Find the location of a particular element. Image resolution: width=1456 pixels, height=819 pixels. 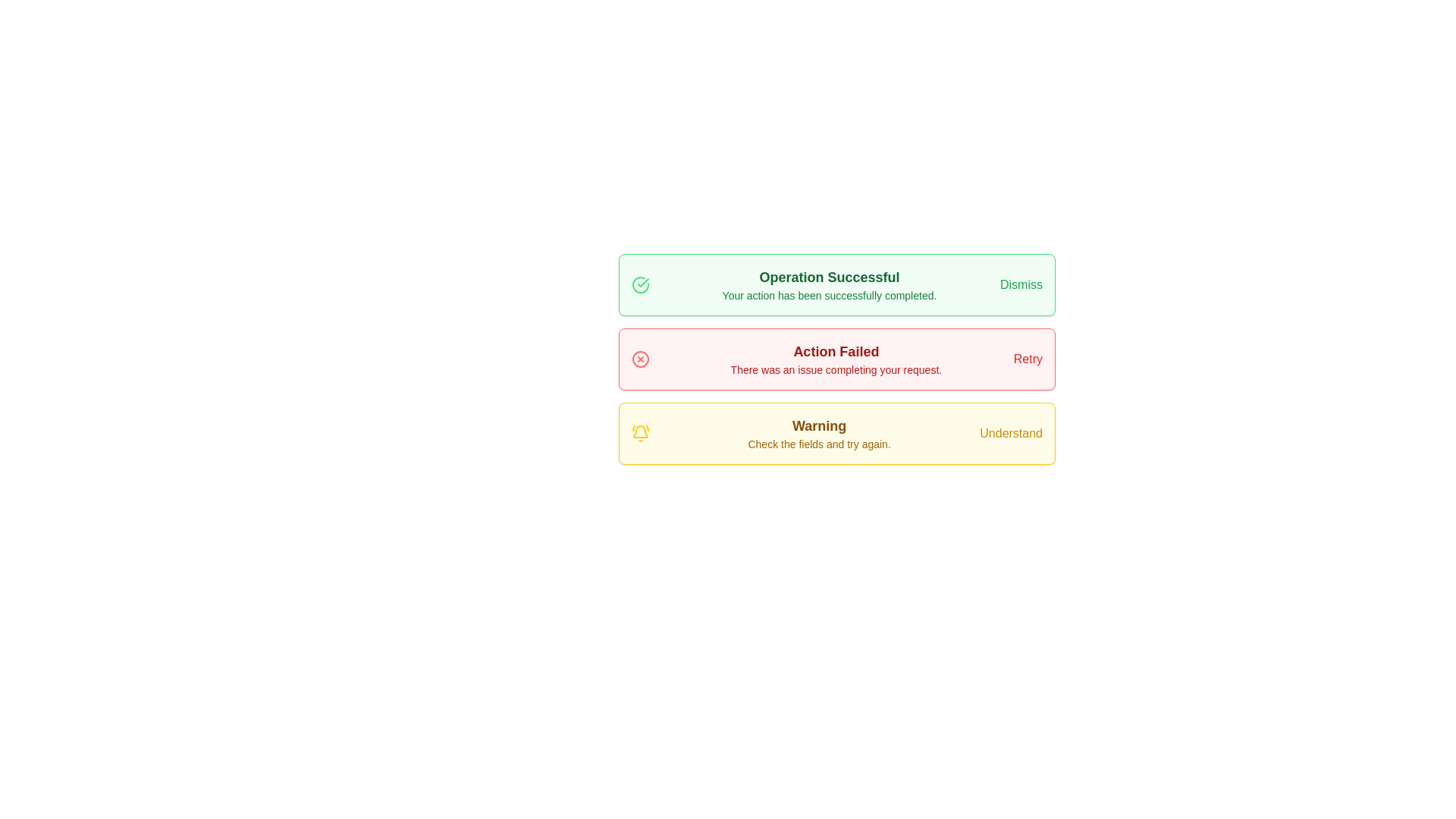

the 'Retry' button, which is a red button positioned next to the error message indicating 'Action Failed' is located at coordinates (1028, 359).